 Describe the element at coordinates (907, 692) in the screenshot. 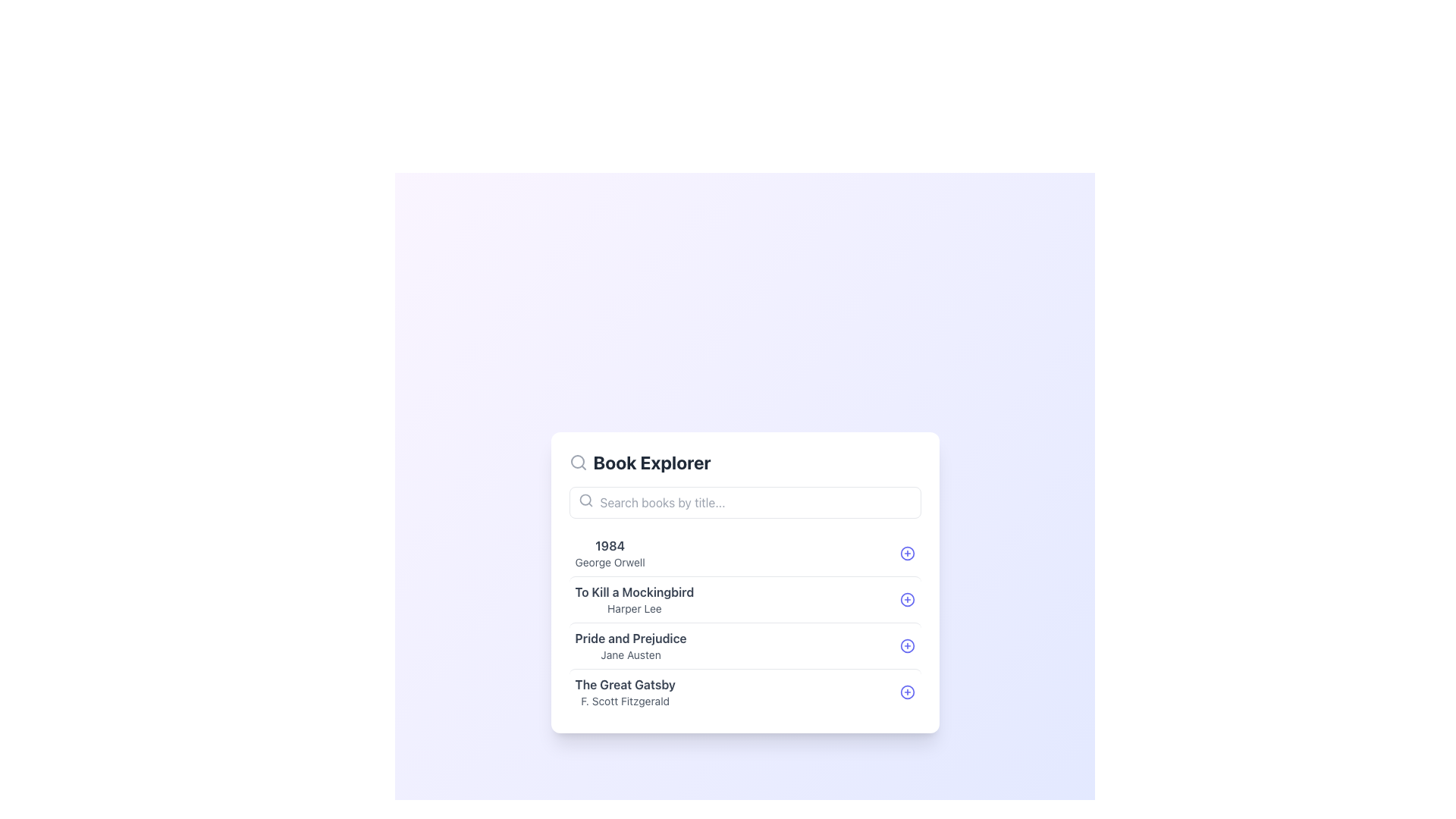

I see `the circular '+' icon button, which is indigo and located on the far-right side of the row containing 'The Great Gatsby' and 'F. Scott Fitzgerald'` at that location.